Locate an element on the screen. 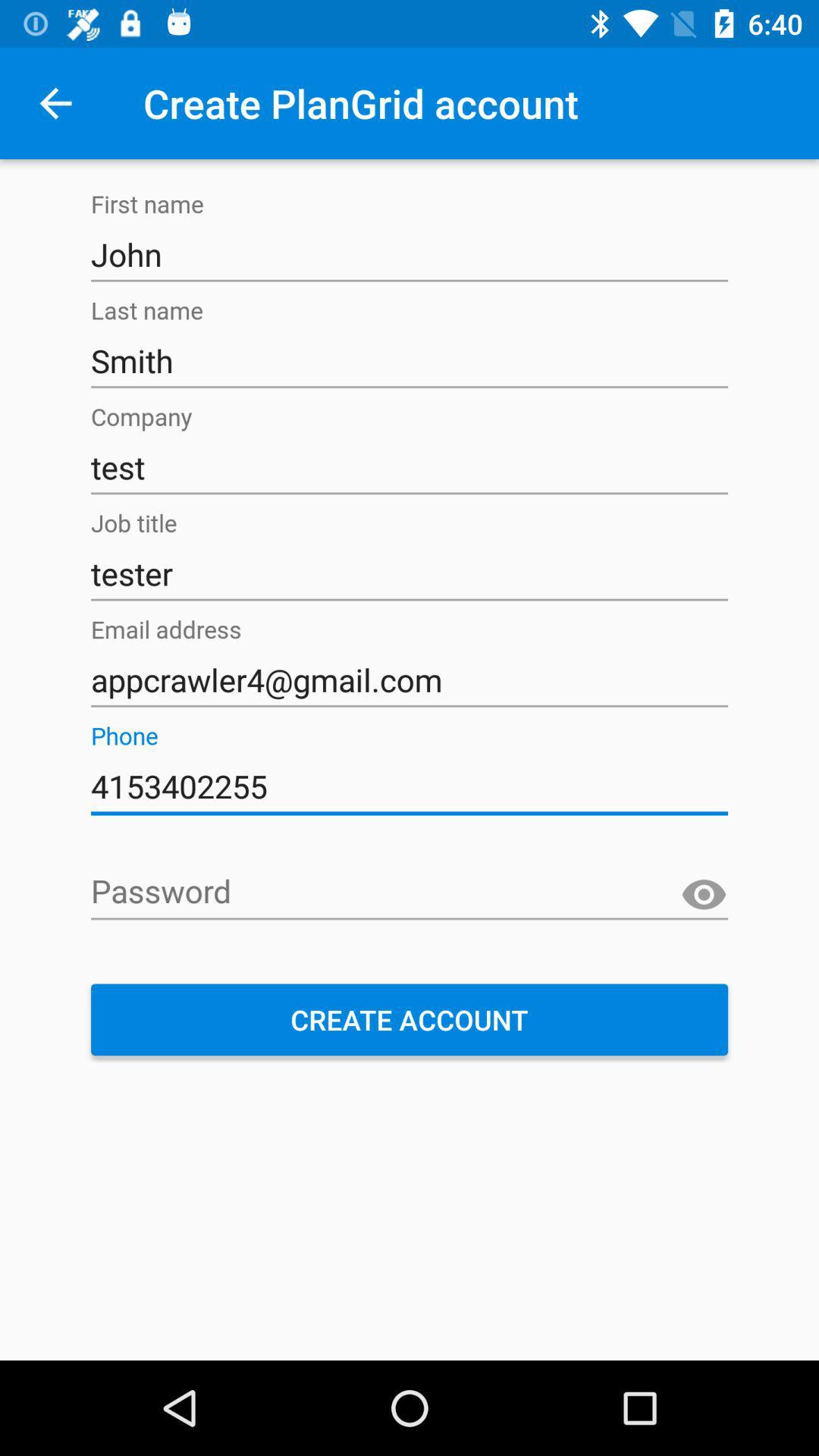  the appcrawler4@gmail.com item is located at coordinates (409, 679).